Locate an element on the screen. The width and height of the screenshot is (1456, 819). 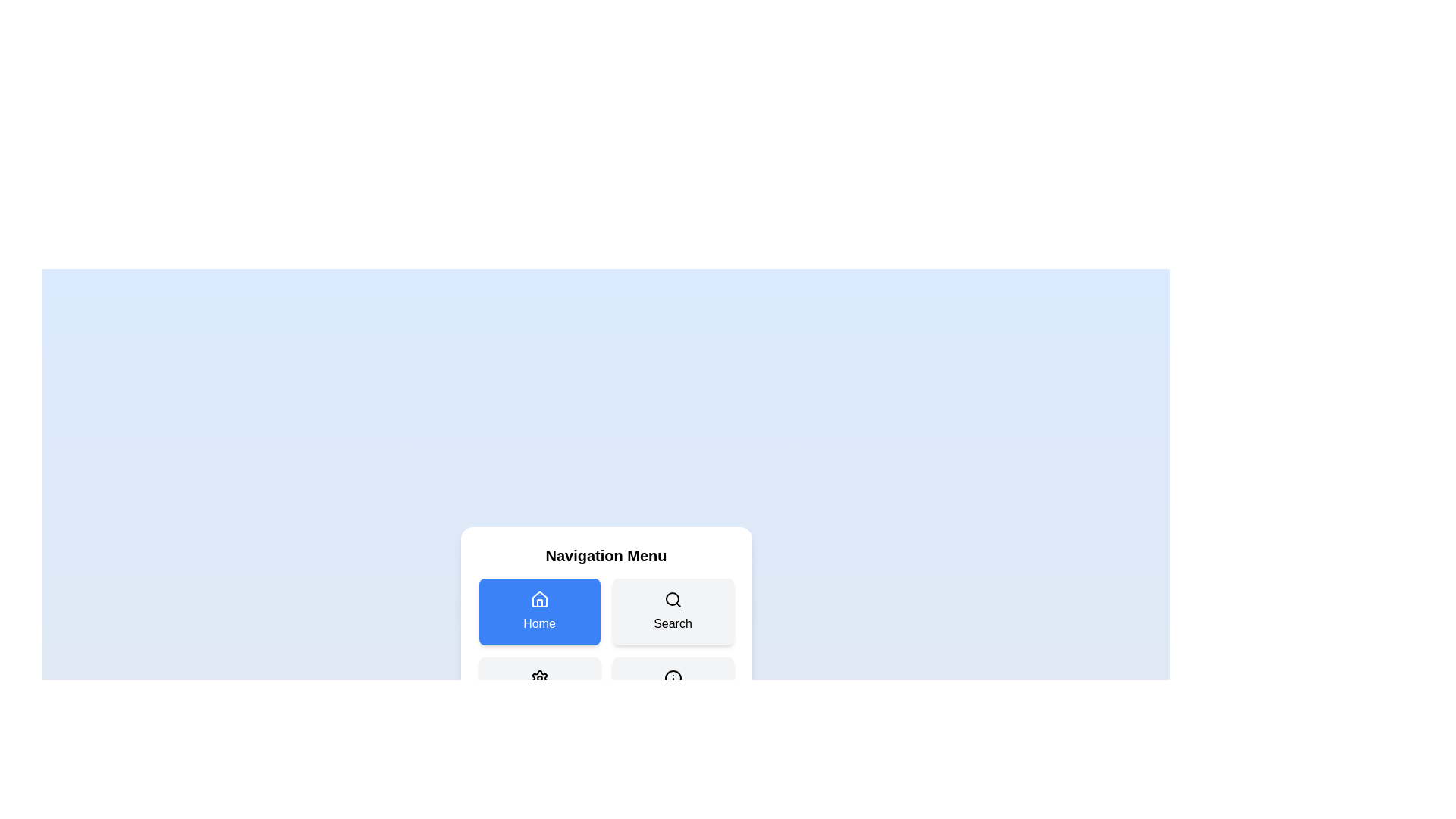
the menu item labeled Search to select it is located at coordinates (672, 610).